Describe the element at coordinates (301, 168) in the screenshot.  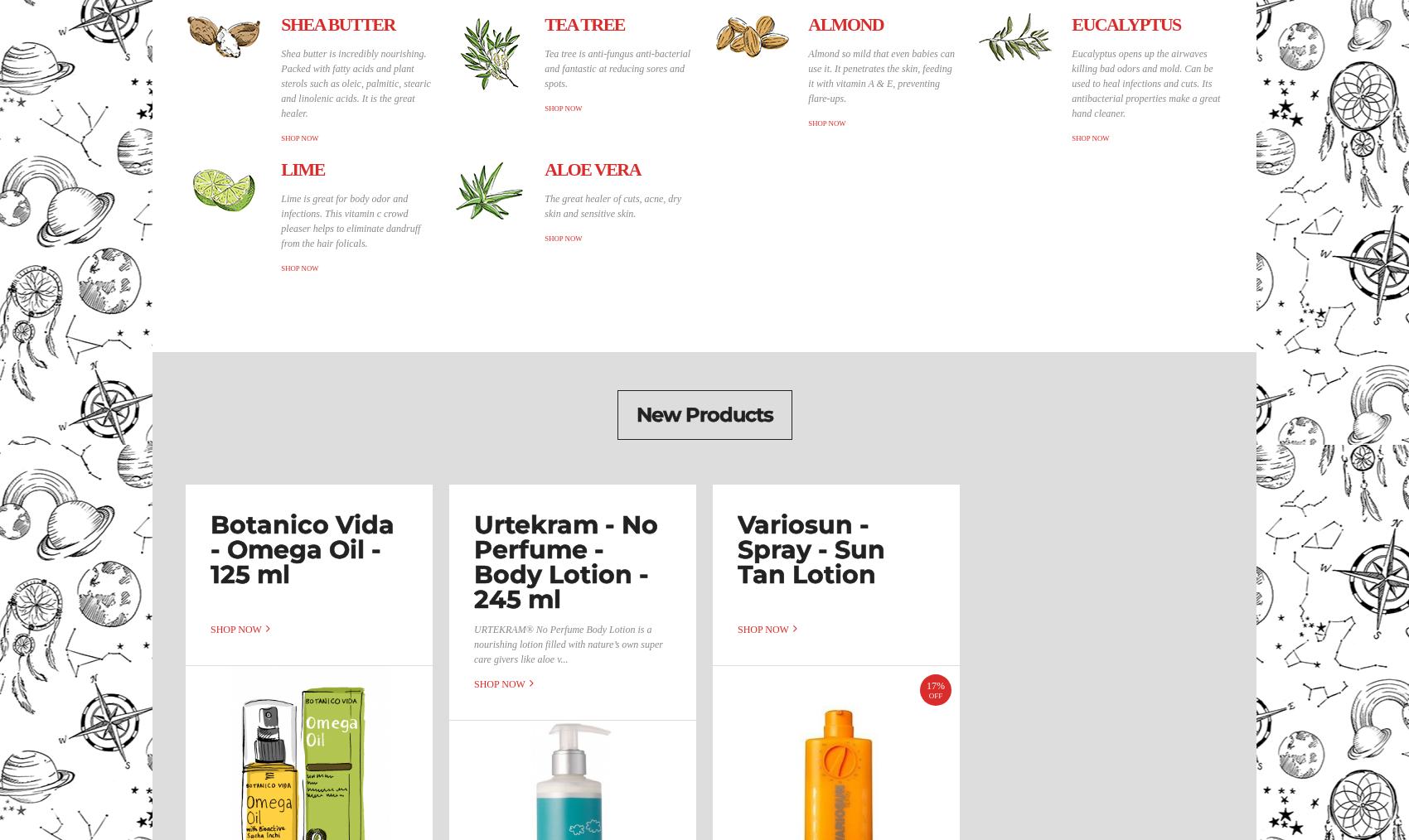
I see `'Lime'` at that location.